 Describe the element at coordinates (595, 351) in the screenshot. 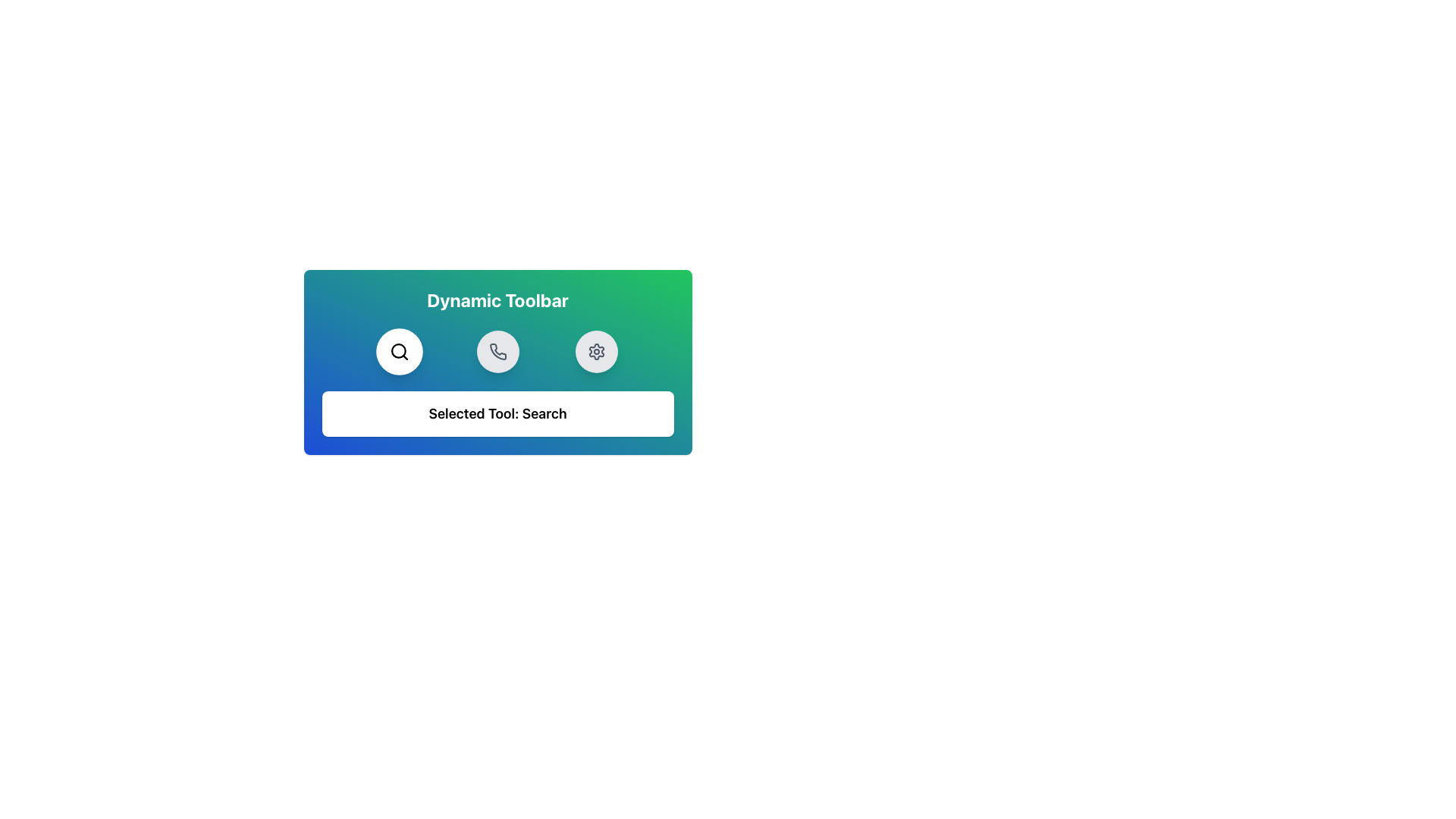

I see `the settings button located at the rightmost position in the toolbar` at that location.